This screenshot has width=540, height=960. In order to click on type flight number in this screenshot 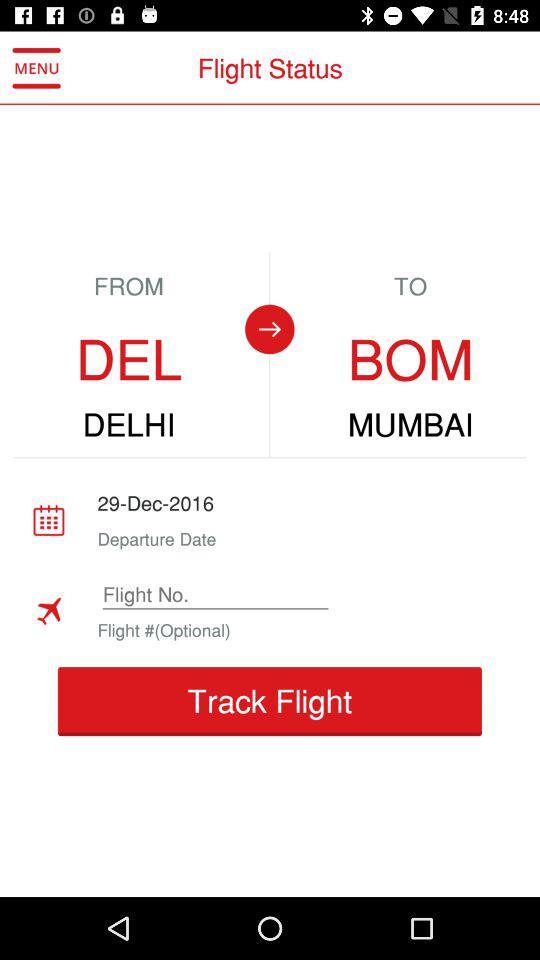, I will do `click(214, 594)`.